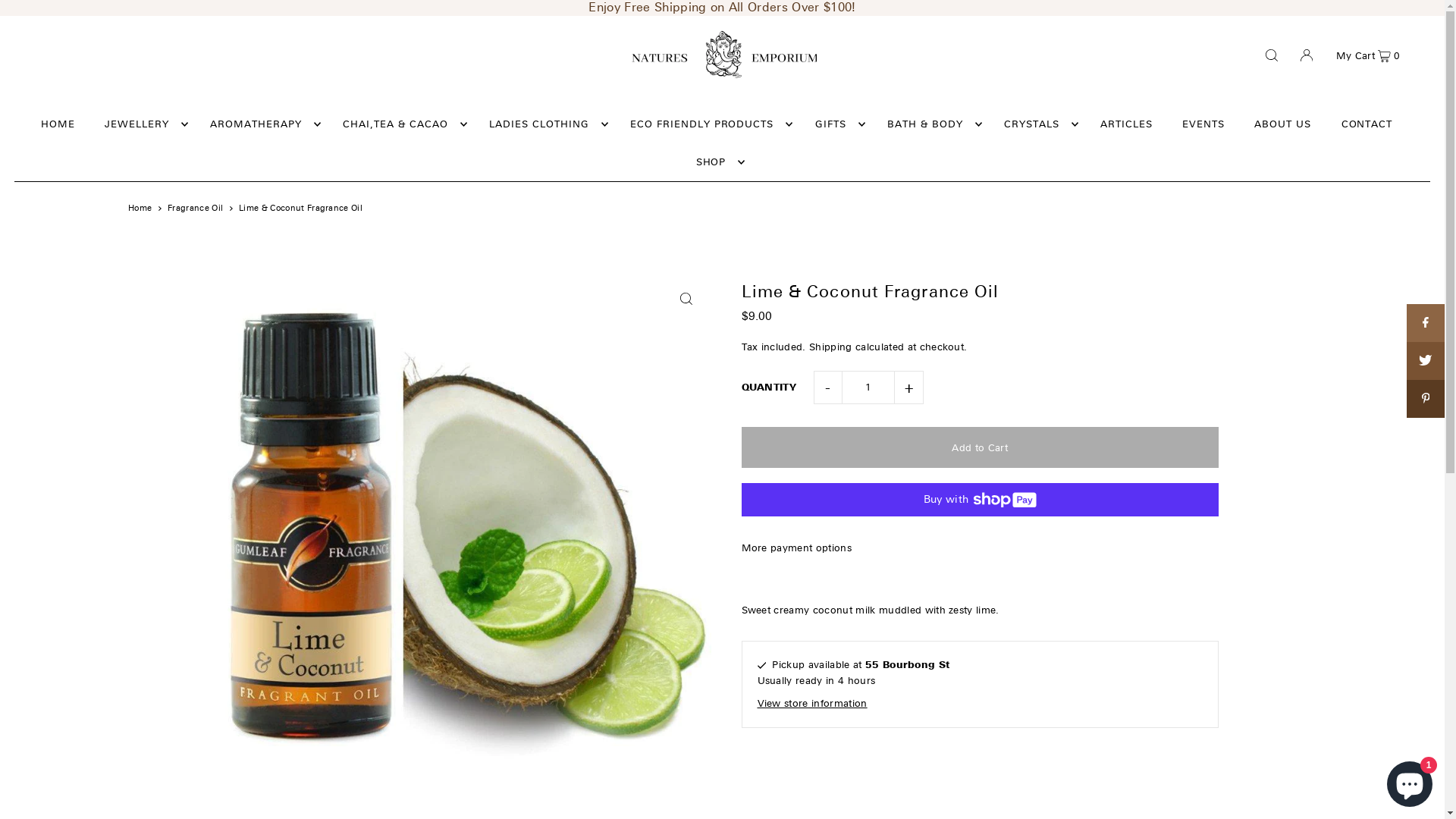  I want to click on 'CRYSTALS', so click(1037, 124).